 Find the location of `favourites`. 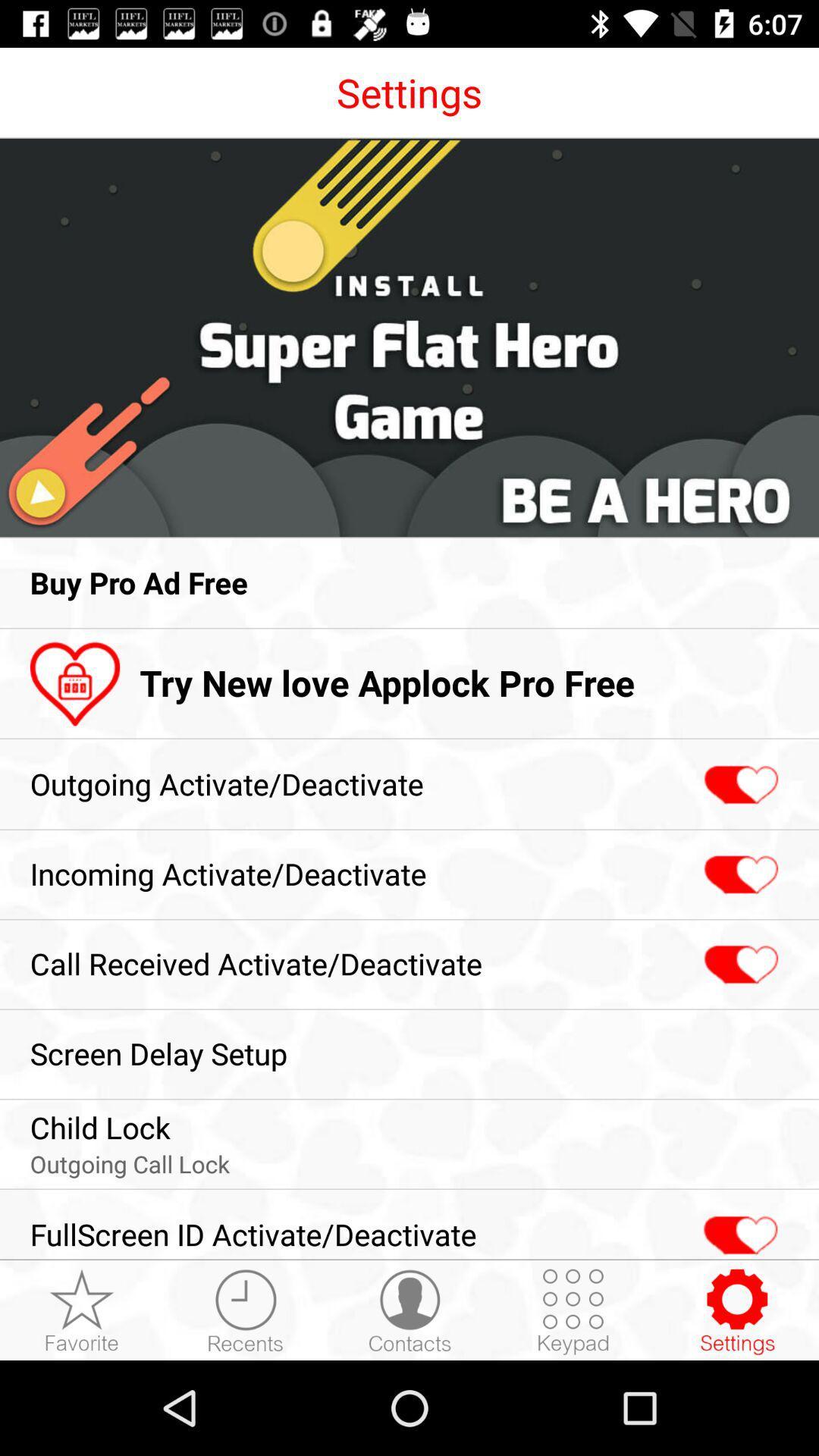

favourites is located at coordinates (82, 1310).